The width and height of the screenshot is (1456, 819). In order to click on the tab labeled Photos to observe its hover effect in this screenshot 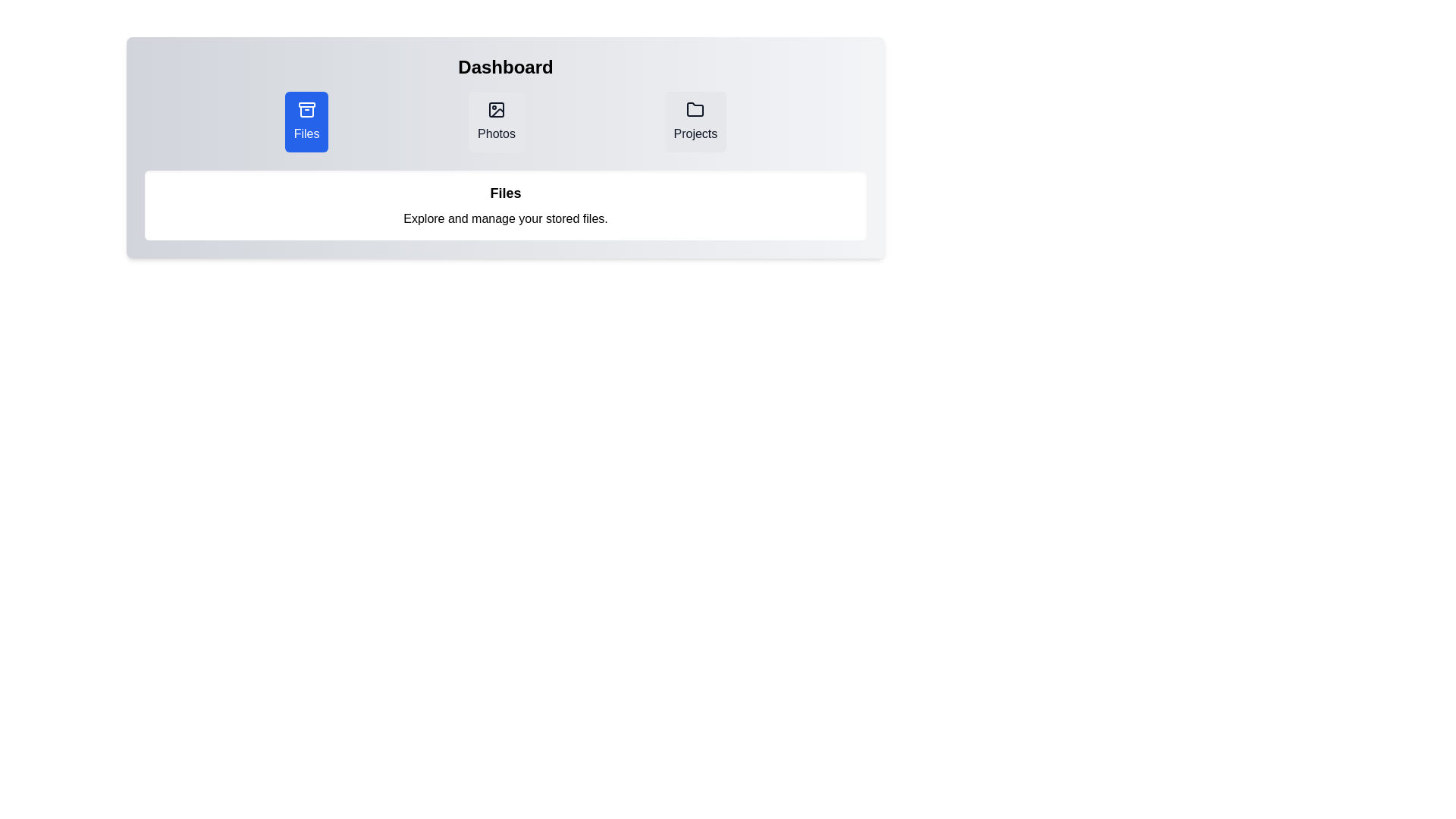, I will do `click(496, 121)`.